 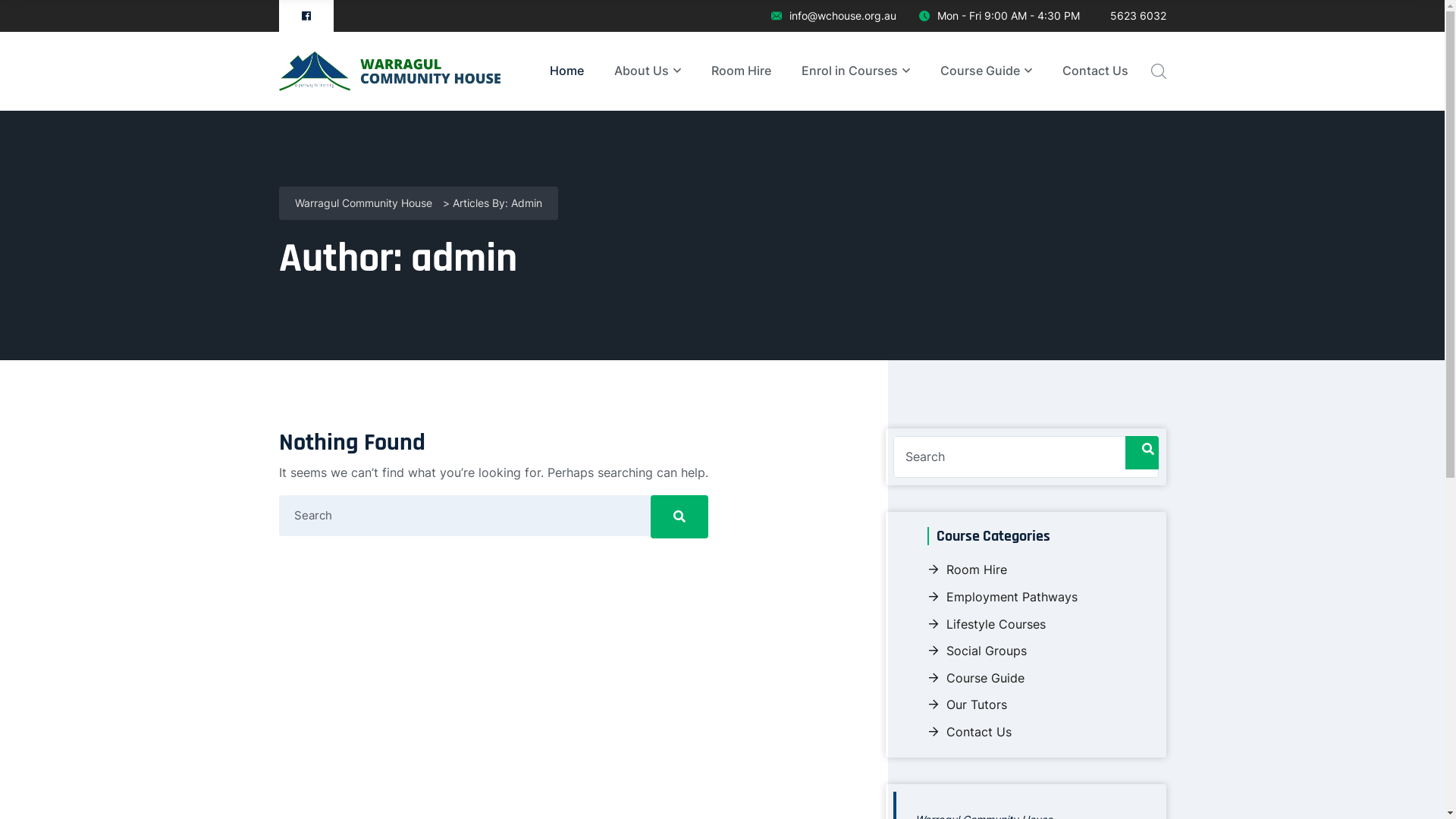 I want to click on 'Home', so click(x=548, y=71).